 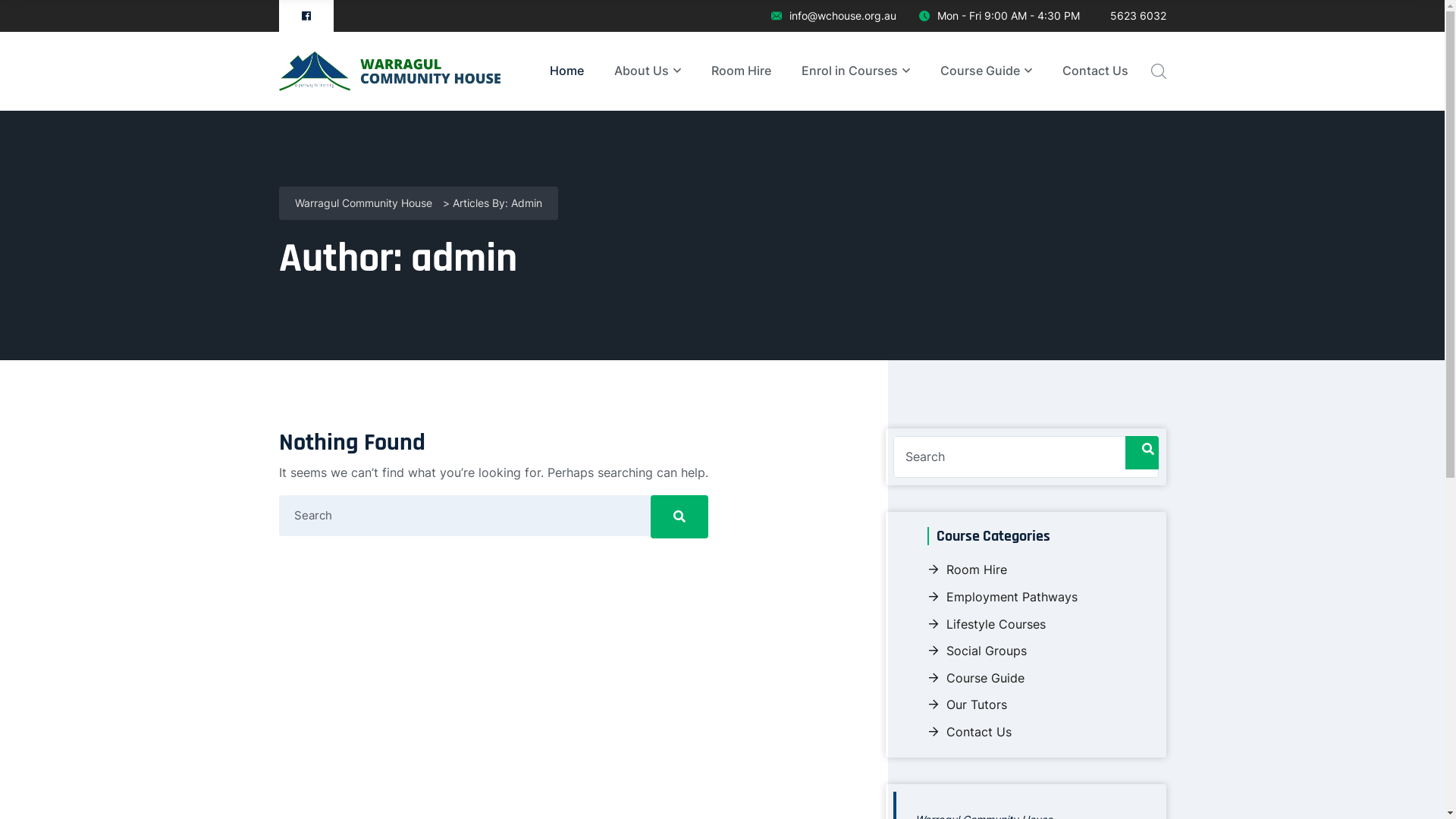 I want to click on 'Home', so click(x=548, y=71).